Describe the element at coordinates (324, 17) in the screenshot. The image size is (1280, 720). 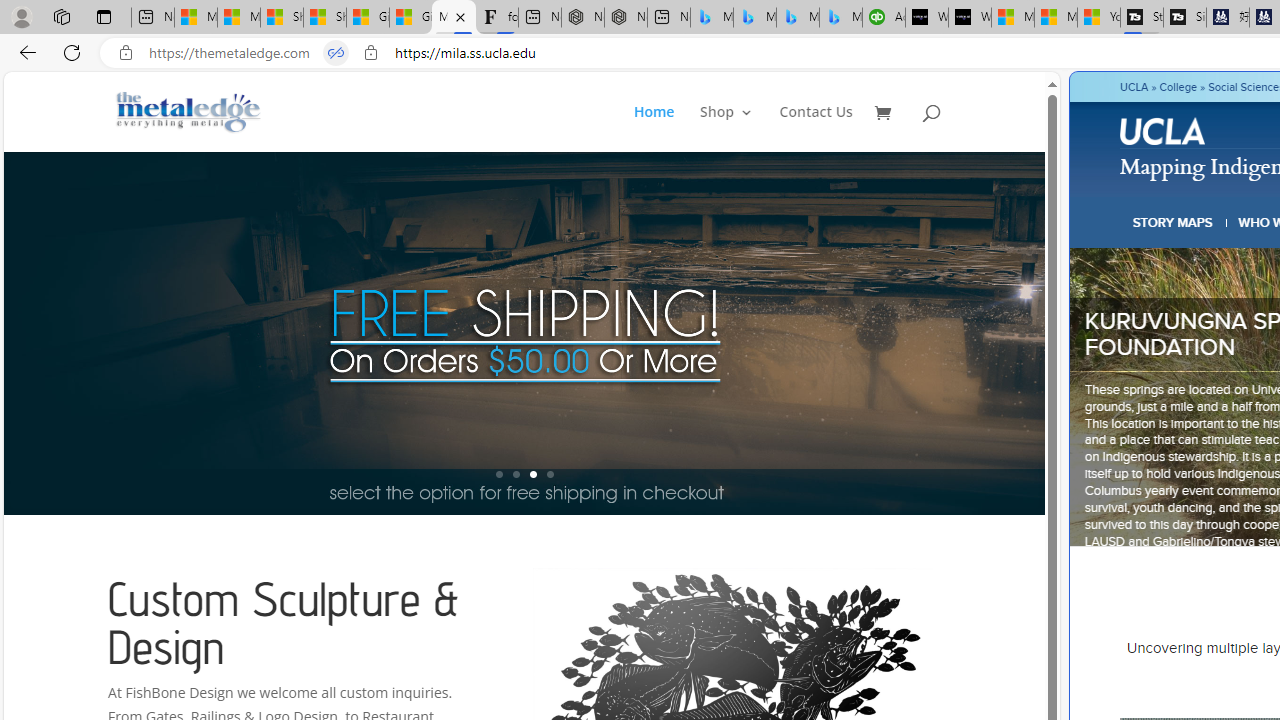
I see `'Shanghai, China weather forecast | Microsoft Weather'` at that location.